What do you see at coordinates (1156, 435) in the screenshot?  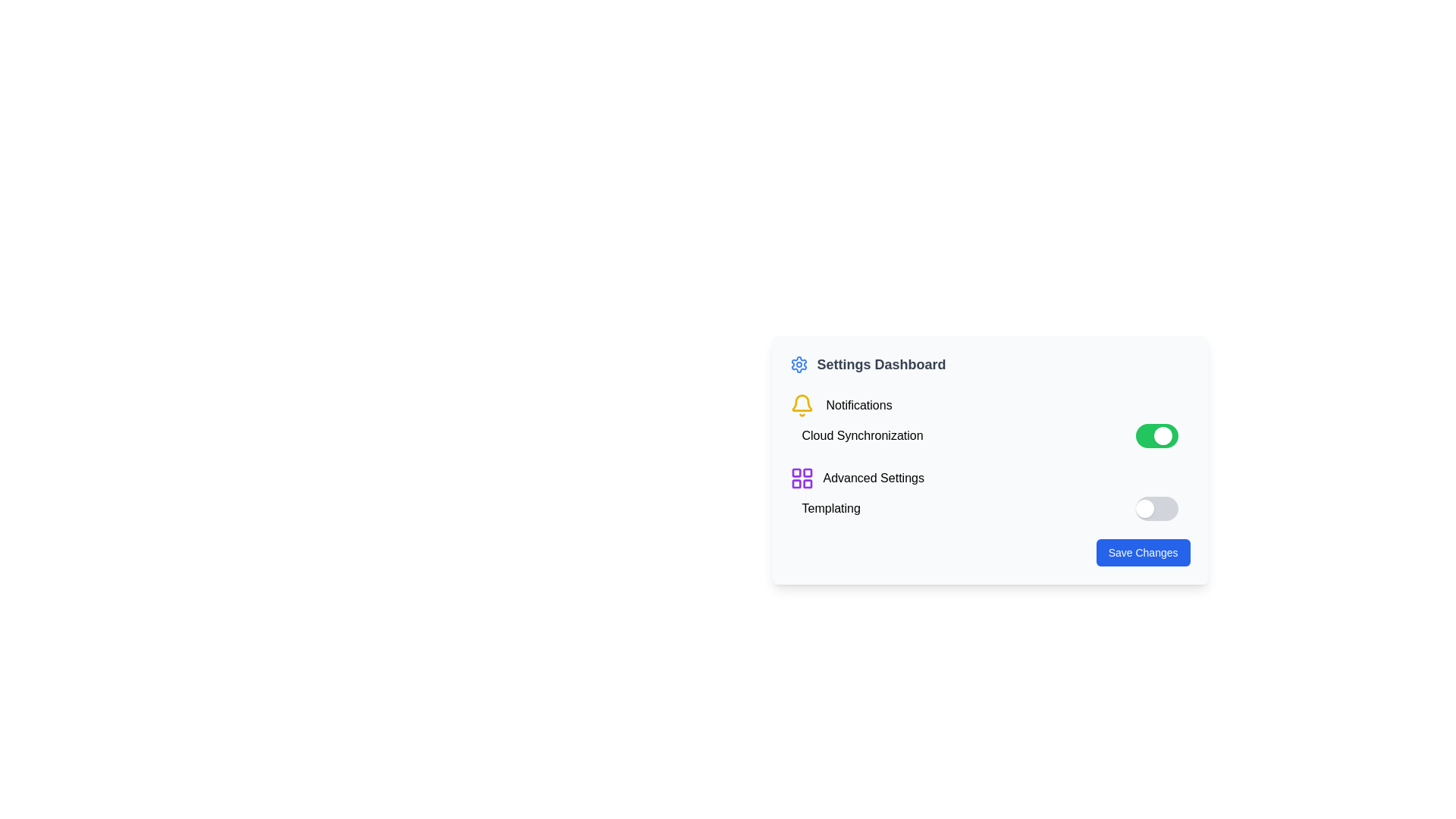 I see `the toggle switch located on the right side of the 'Cloud Synchronization' text label` at bounding box center [1156, 435].